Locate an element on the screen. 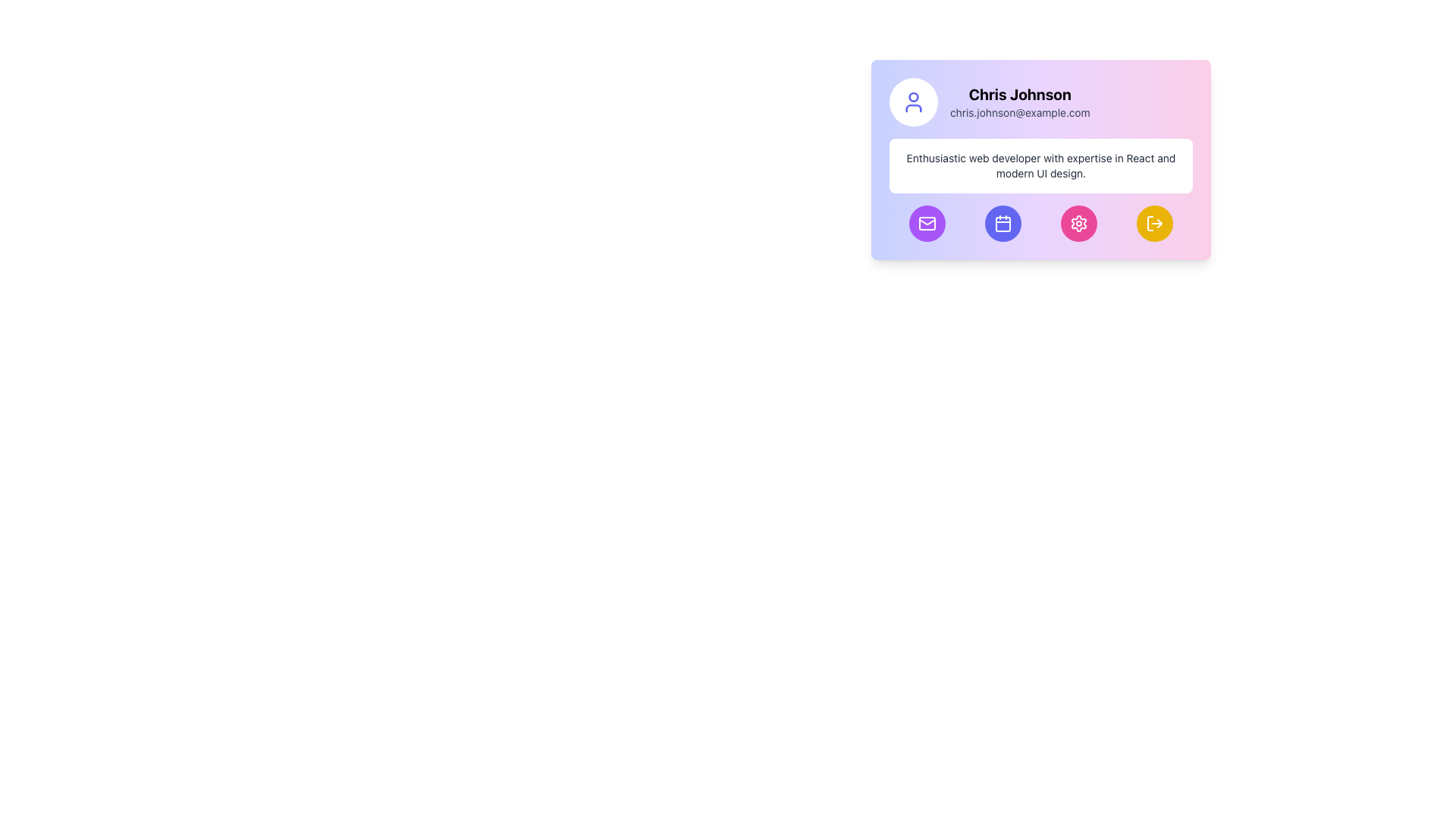 The width and height of the screenshot is (1456, 819). the 'Settings' icon is located at coordinates (1078, 223).